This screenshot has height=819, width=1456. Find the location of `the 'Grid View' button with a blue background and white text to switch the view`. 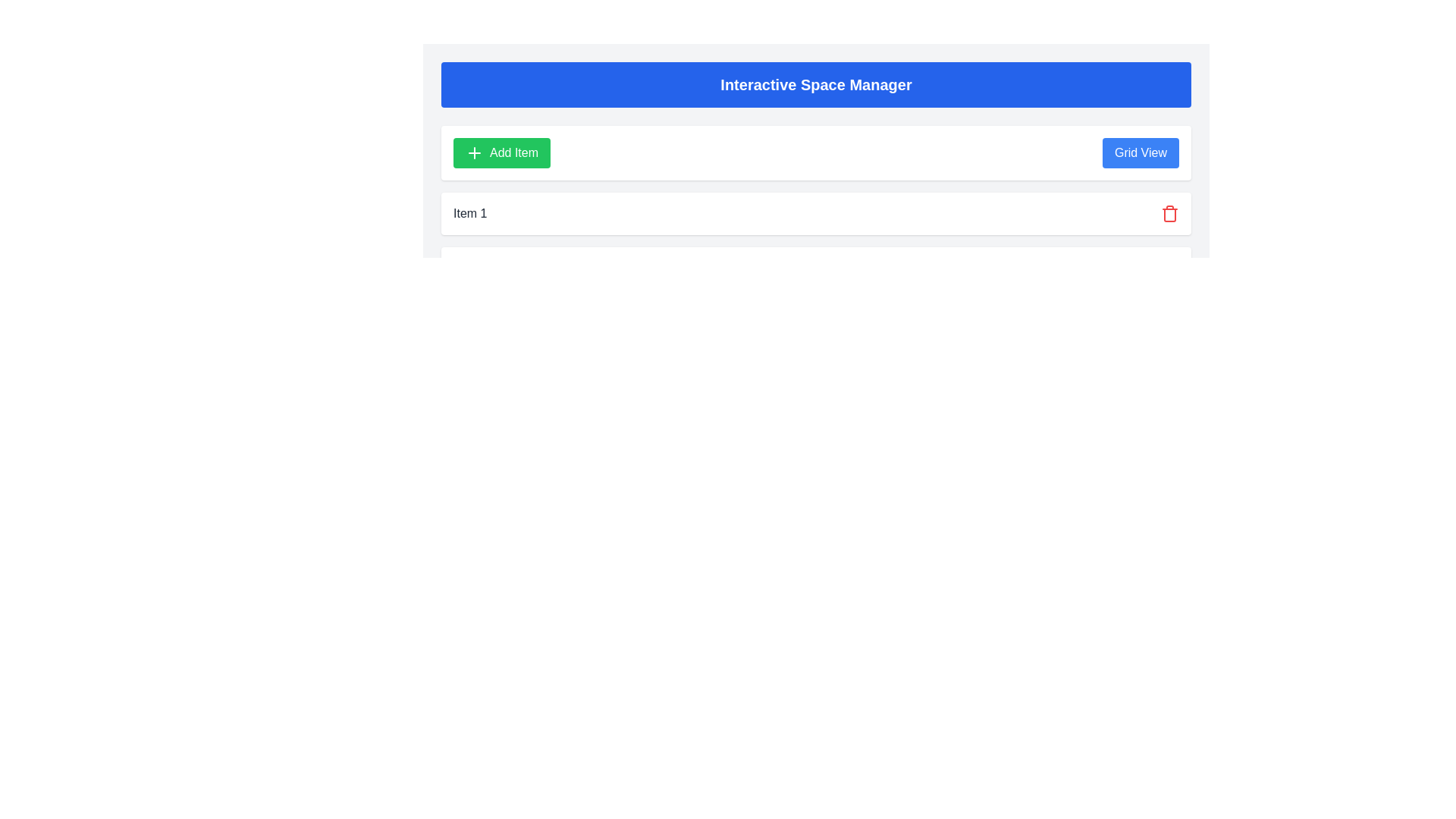

the 'Grid View' button with a blue background and white text to switch the view is located at coordinates (1140, 152).